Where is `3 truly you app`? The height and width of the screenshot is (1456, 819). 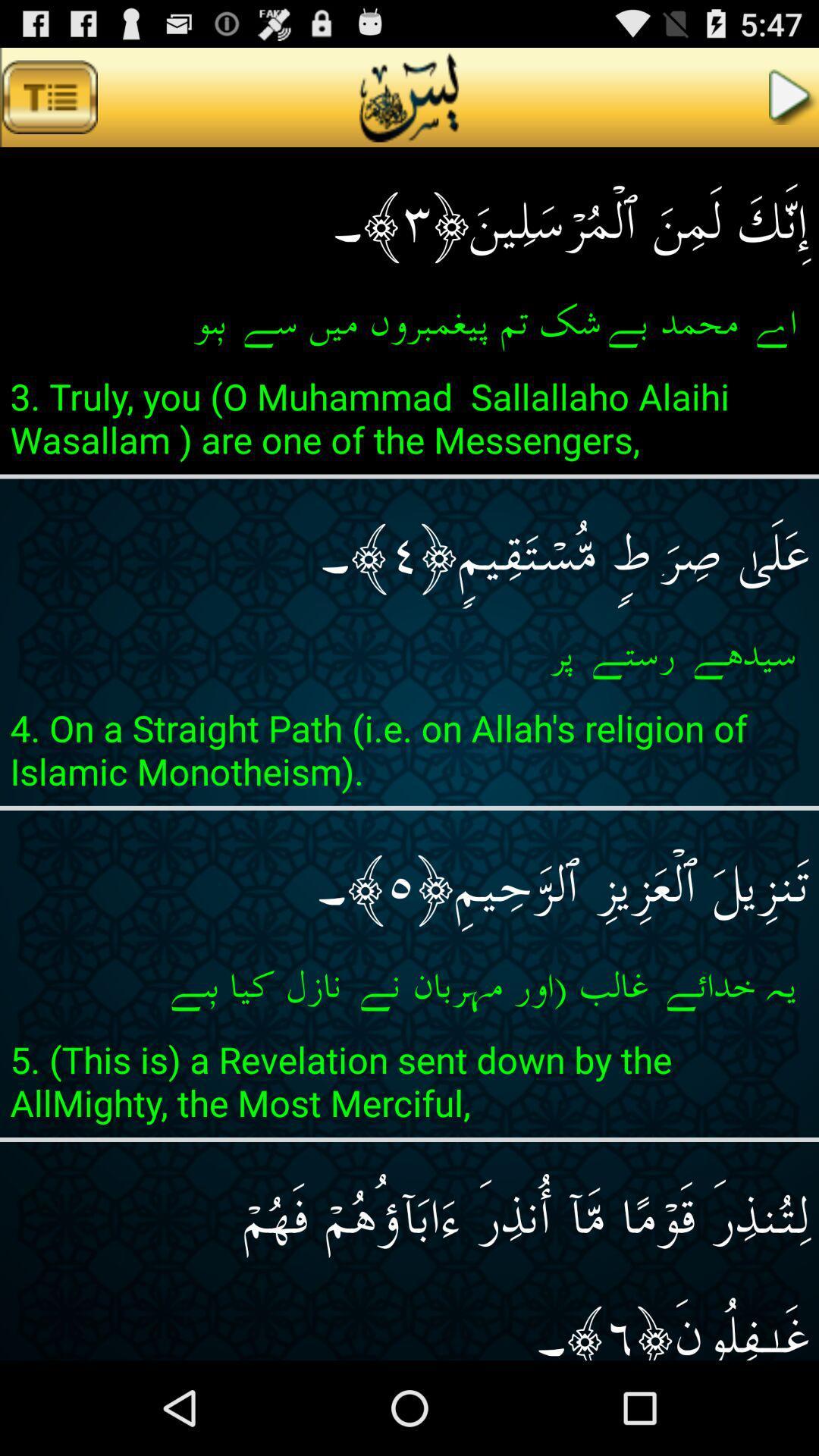 3 truly you app is located at coordinates (409, 422).